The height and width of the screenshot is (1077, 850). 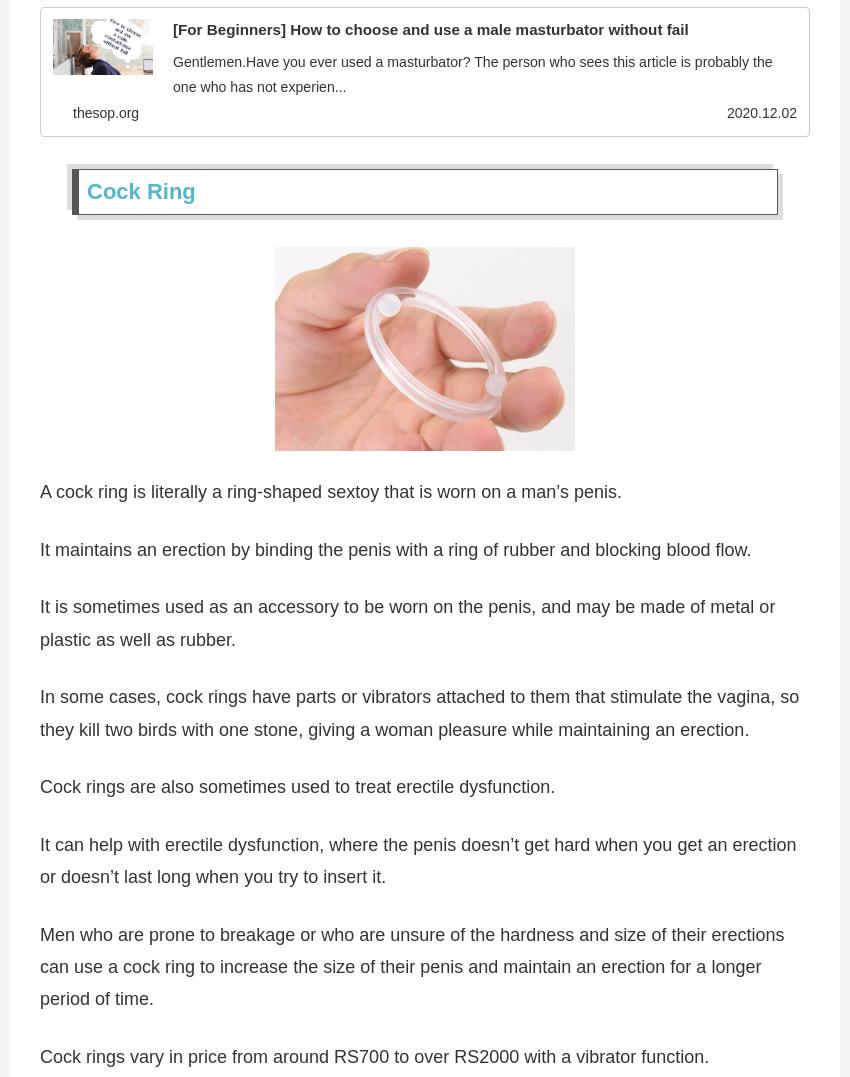 What do you see at coordinates (39, 862) in the screenshot?
I see `'It can help with erectile dysfunction, where the penis doesn’t get hard when you get an erection or doesn’t last long when you try to insert it.'` at bounding box center [39, 862].